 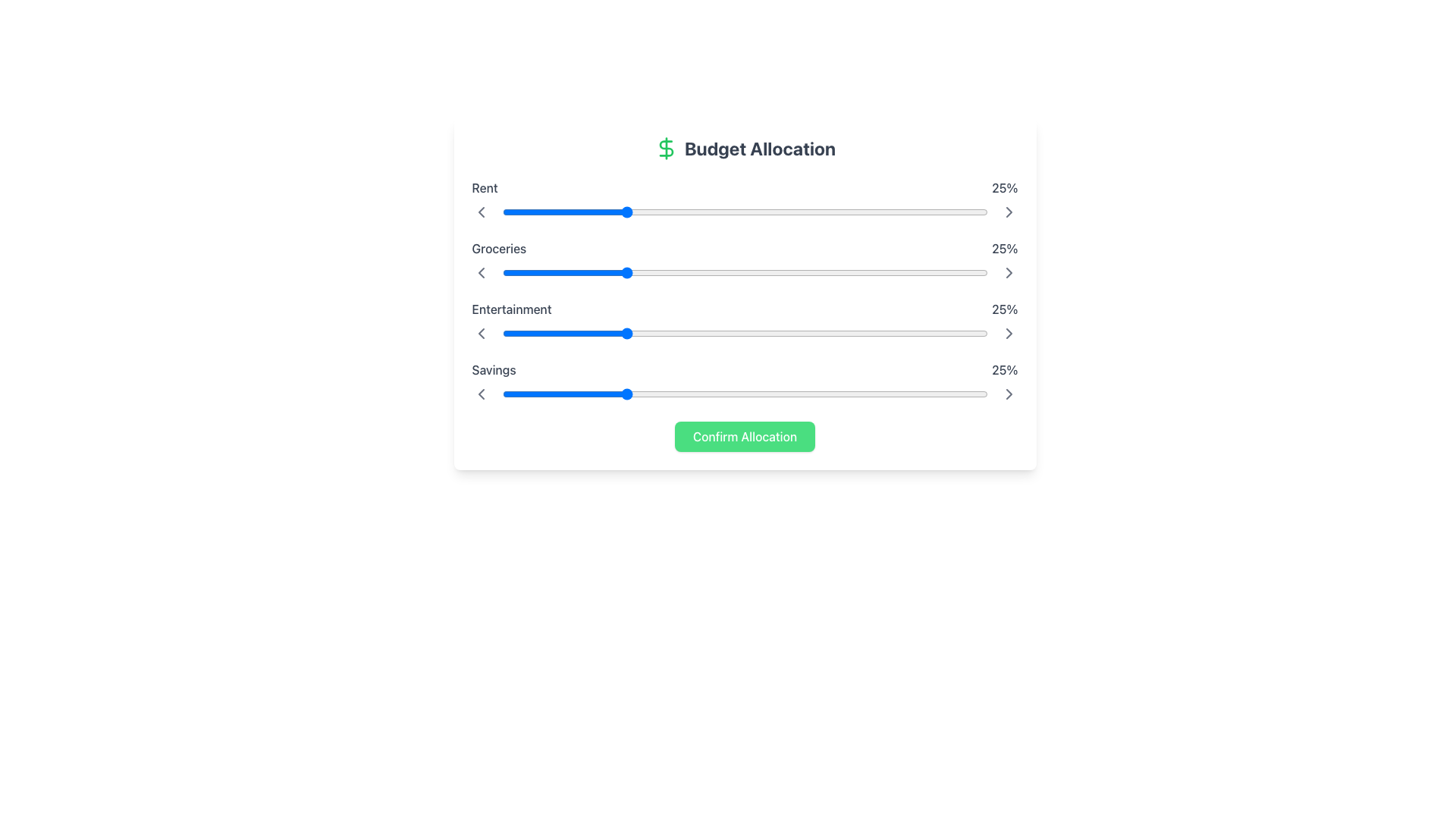 I want to click on the numeric values displayed within the budgeting-related controls and indicators in the centrally placed group element, so click(x=745, y=294).